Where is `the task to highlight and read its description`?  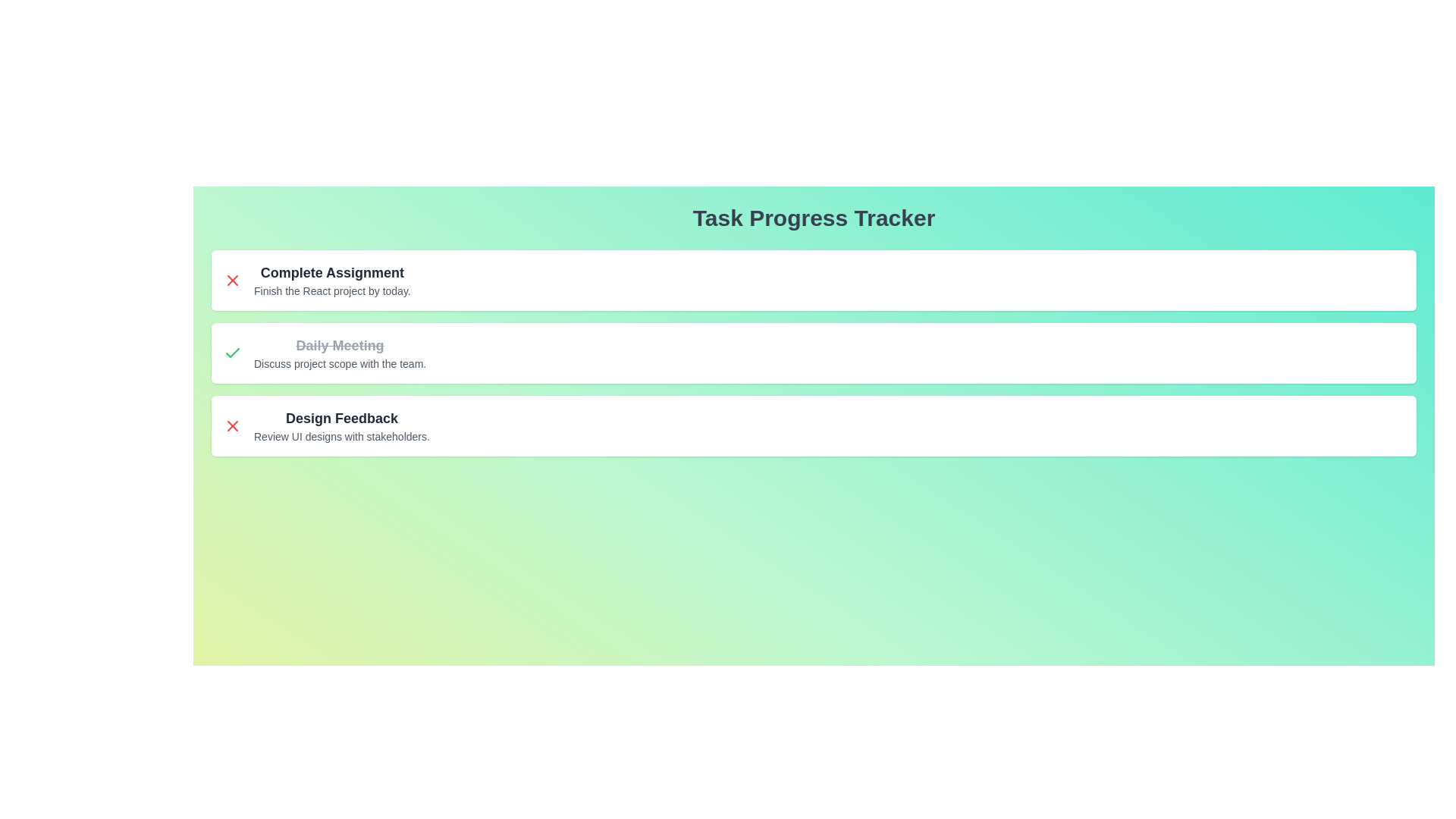
the task to highlight and read its description is located at coordinates (331, 271).